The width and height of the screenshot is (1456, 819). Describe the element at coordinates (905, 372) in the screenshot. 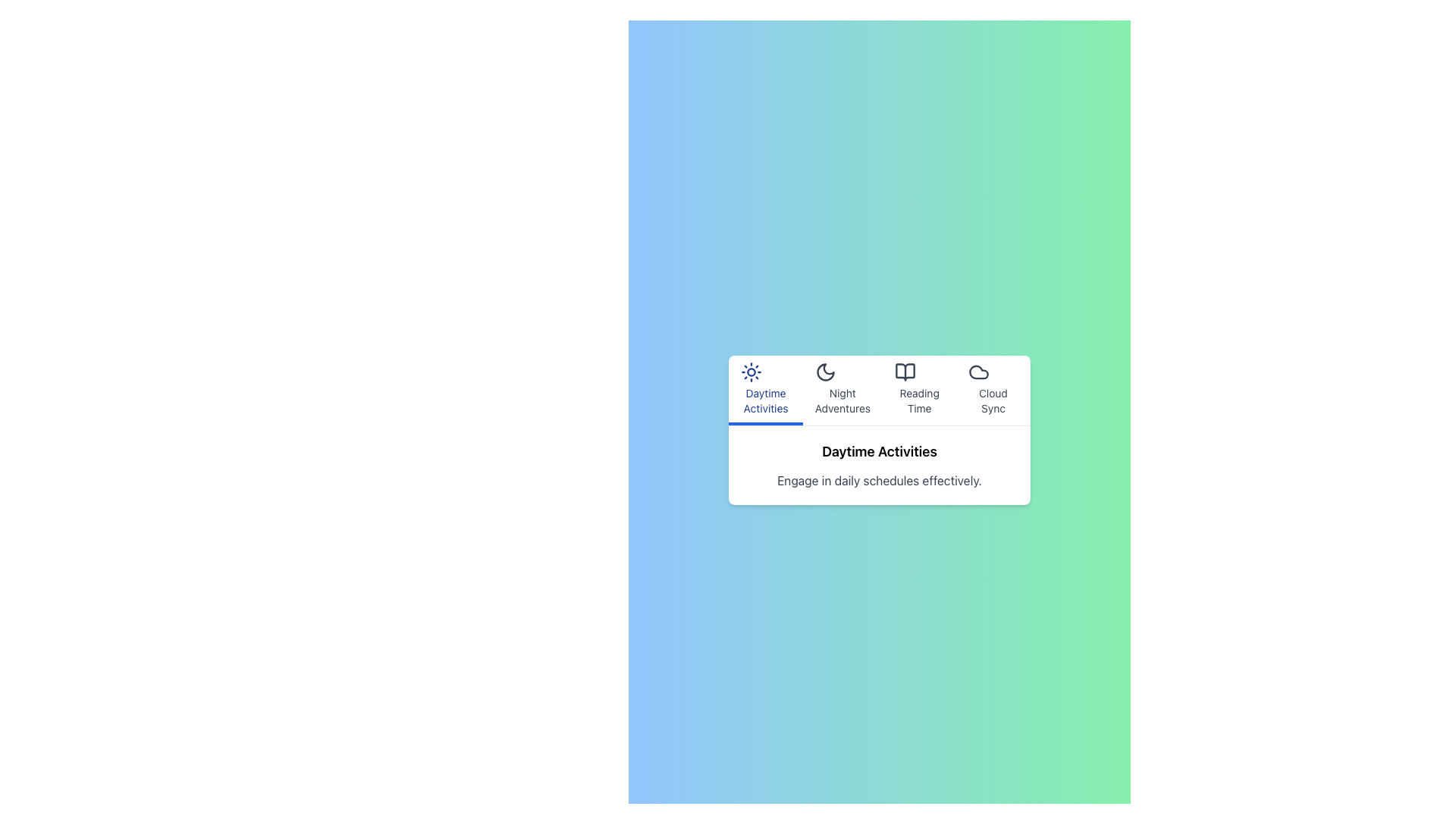

I see `the 'Reading Time' icon, which is the third icon from the left in the horizontal tab-like menu` at that location.